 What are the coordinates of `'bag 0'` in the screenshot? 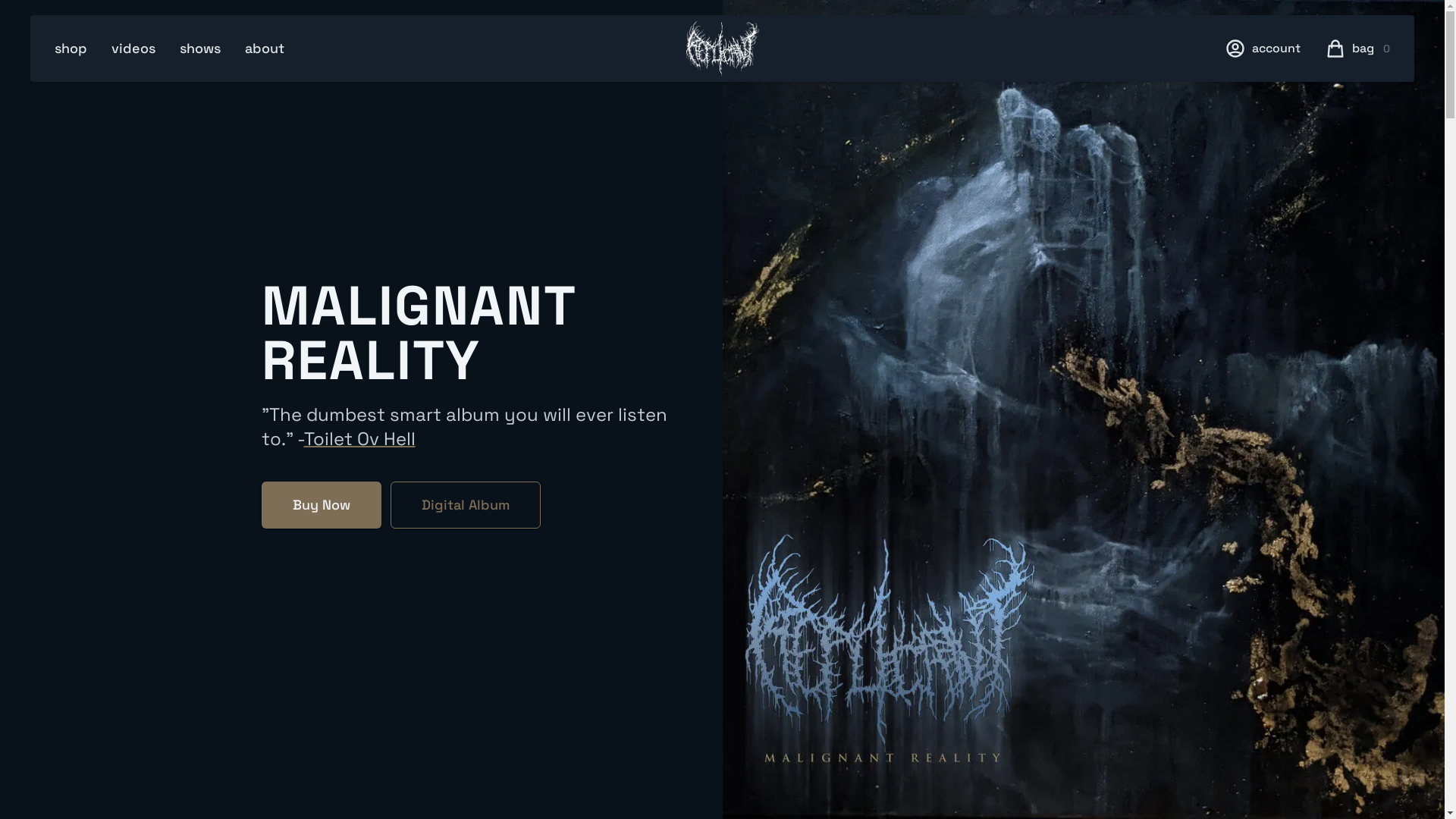 It's located at (1371, 48).